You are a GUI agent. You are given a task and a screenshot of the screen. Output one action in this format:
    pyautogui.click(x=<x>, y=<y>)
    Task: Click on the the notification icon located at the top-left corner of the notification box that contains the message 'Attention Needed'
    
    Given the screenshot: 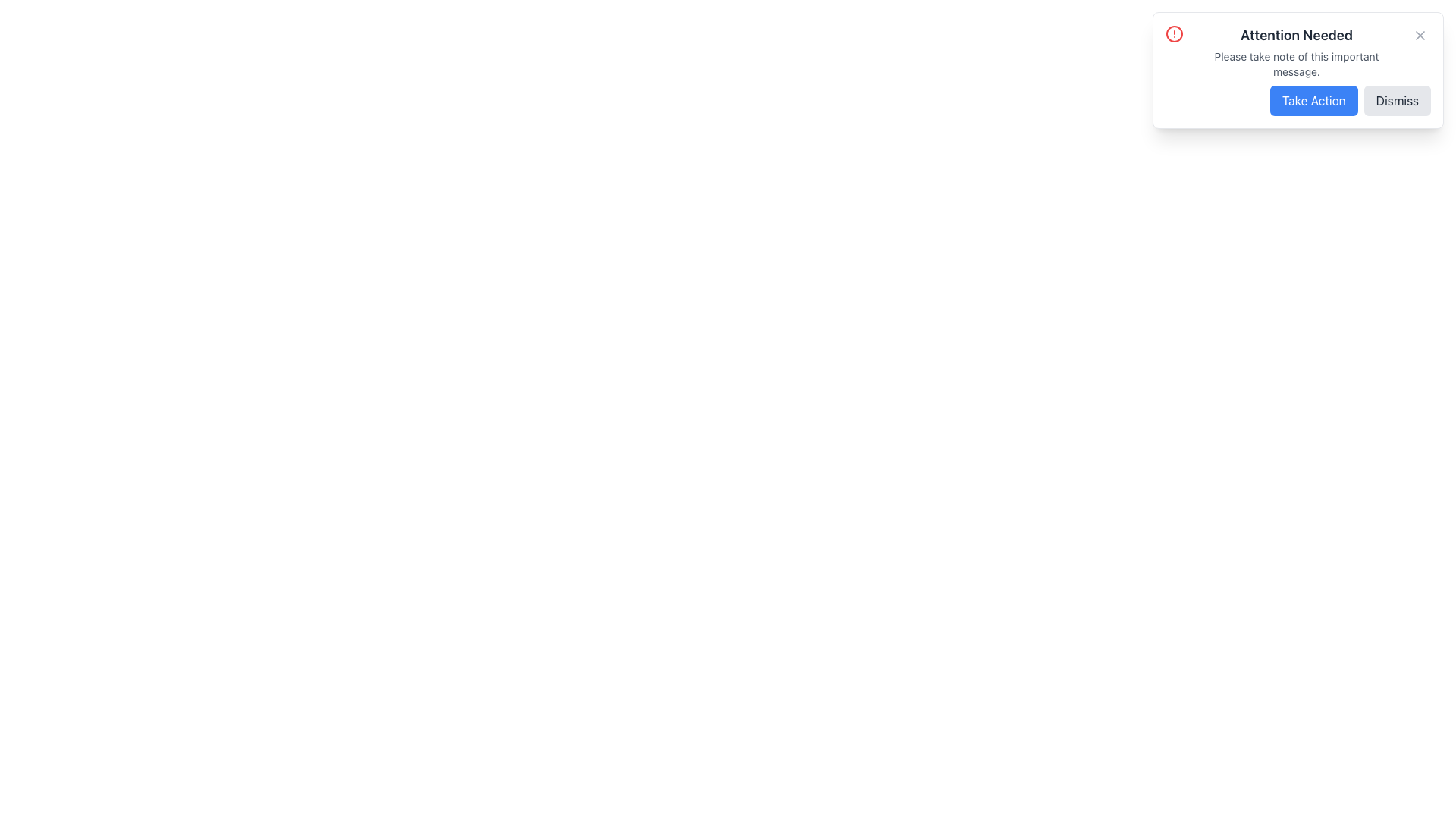 What is the action you would take?
    pyautogui.click(x=1174, y=34)
    